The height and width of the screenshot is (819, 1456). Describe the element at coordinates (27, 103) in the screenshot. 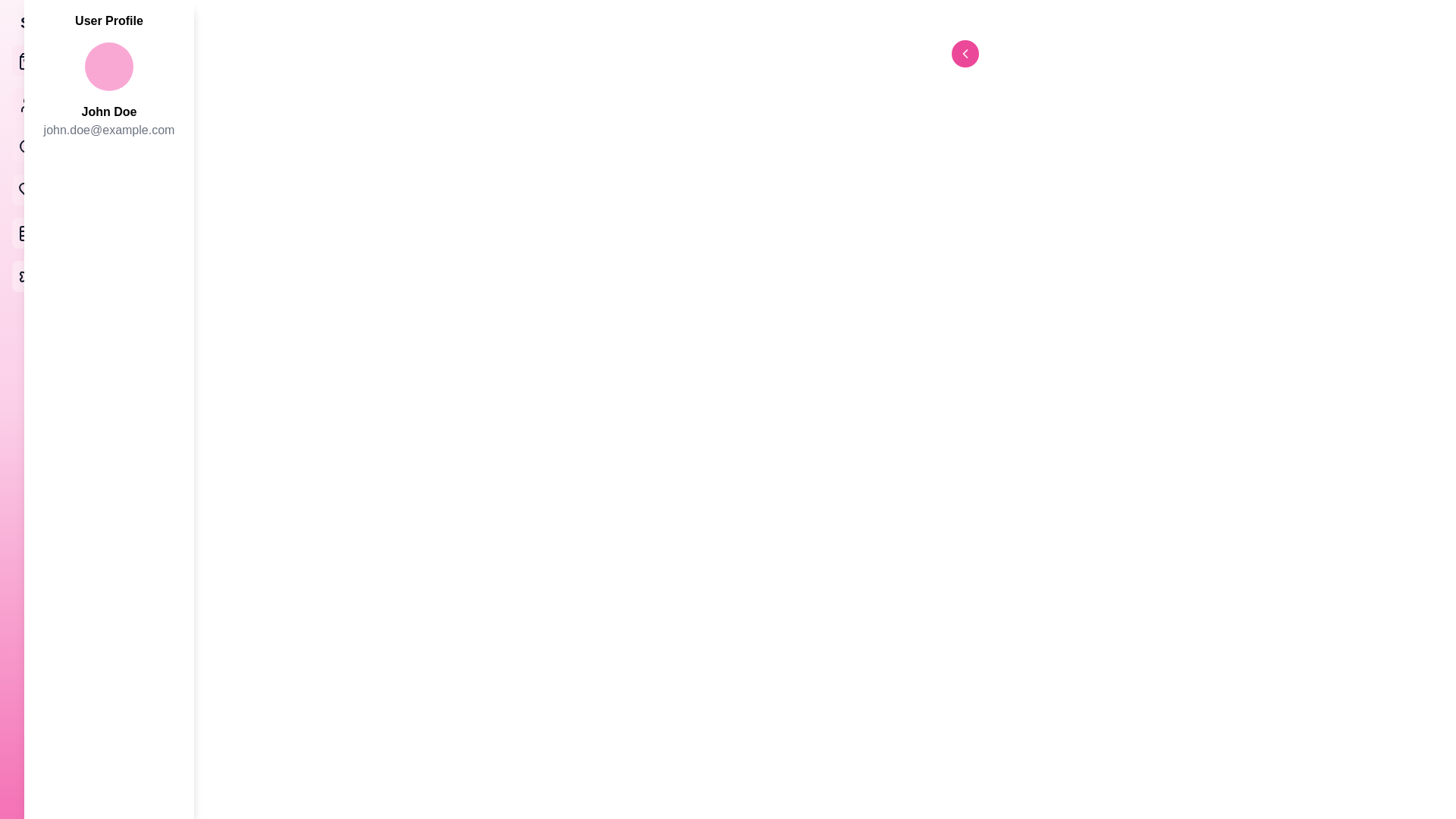

I see `'Profile' menu item icon, which is located at the left edge of the menu, to the left of the text label` at that location.